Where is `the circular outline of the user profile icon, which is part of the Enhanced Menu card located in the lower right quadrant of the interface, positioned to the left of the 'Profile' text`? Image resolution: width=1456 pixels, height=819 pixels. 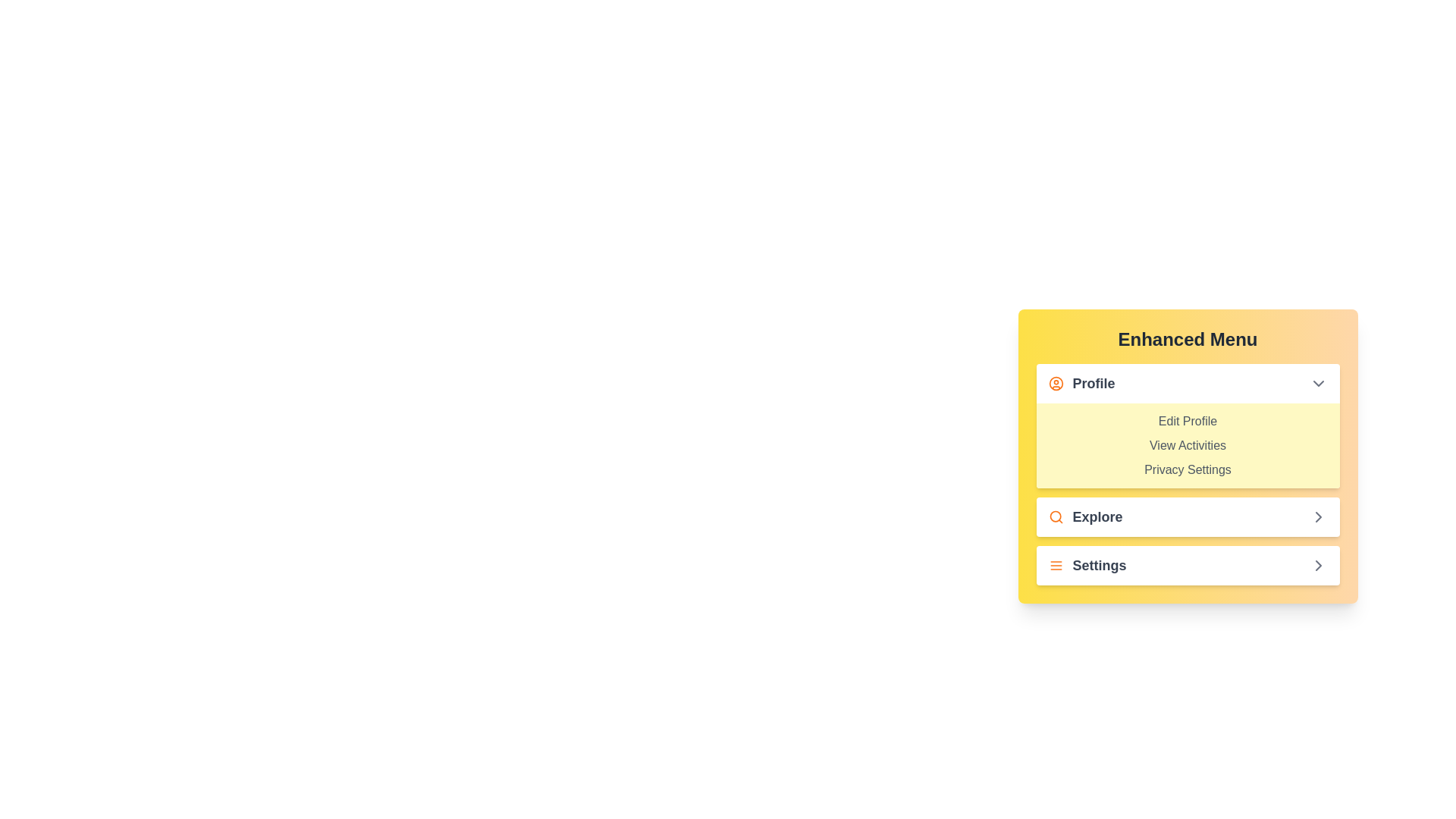 the circular outline of the user profile icon, which is part of the Enhanced Menu card located in the lower right quadrant of the interface, positioned to the left of the 'Profile' text is located at coordinates (1055, 382).